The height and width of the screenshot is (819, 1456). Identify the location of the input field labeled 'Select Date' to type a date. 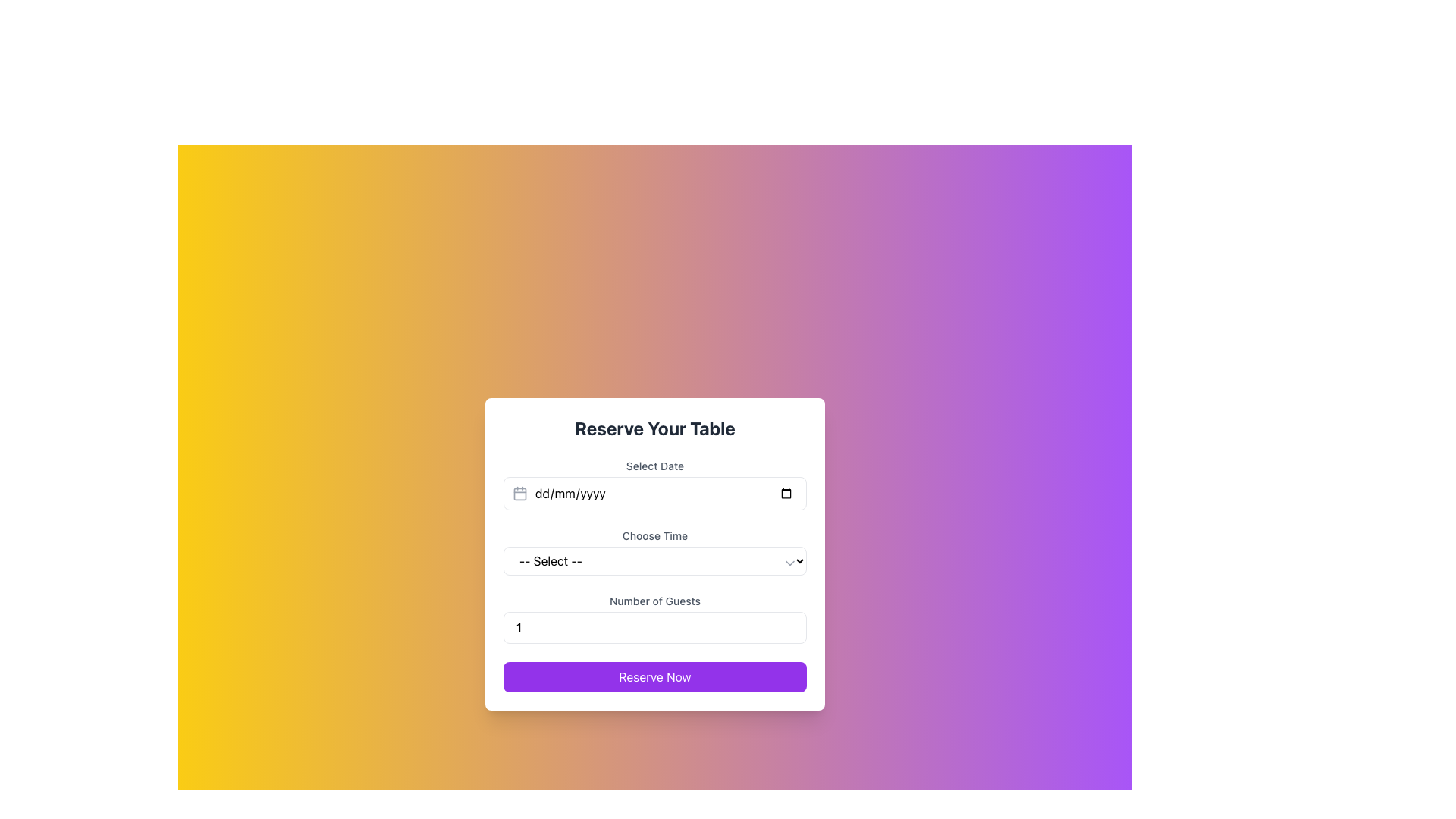
(655, 485).